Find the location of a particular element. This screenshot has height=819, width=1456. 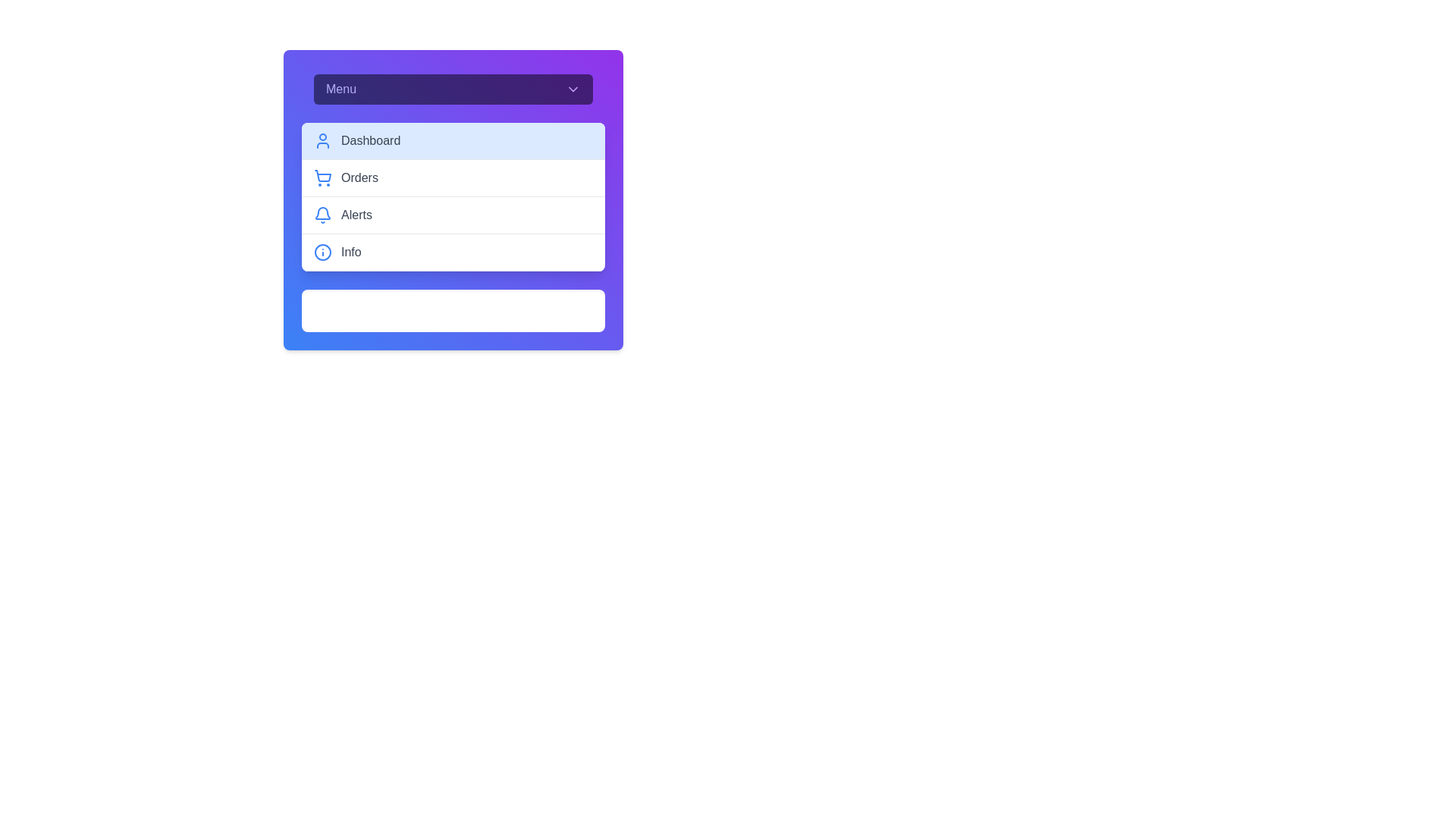

text label that describes the 'Dashboard' section in the menu, located next to the user icon in the first tab entry is located at coordinates (371, 140).